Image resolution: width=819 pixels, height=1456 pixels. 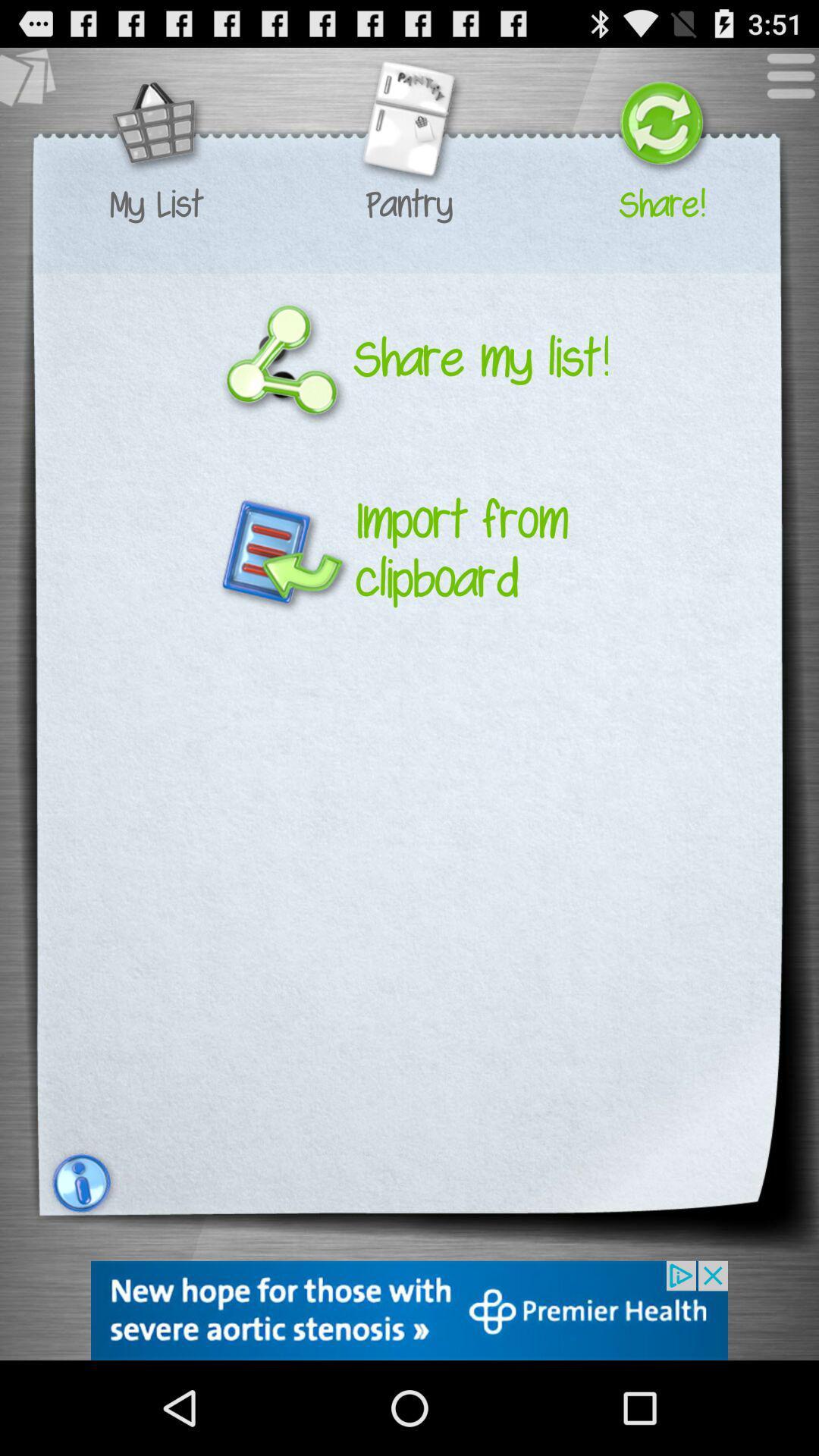 I want to click on the menu, so click(x=783, y=83).